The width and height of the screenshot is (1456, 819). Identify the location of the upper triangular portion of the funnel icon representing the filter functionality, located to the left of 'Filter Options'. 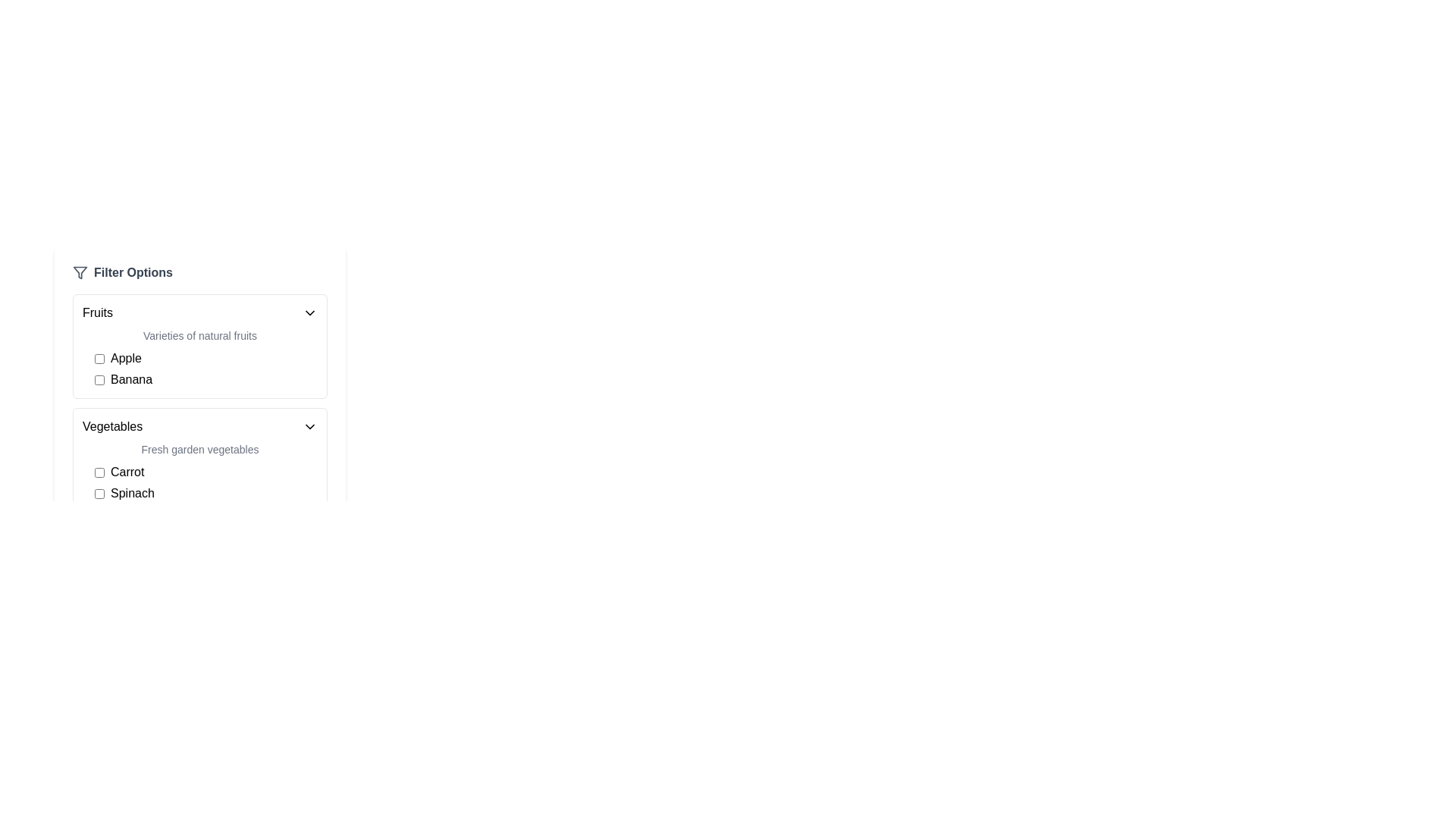
(79, 271).